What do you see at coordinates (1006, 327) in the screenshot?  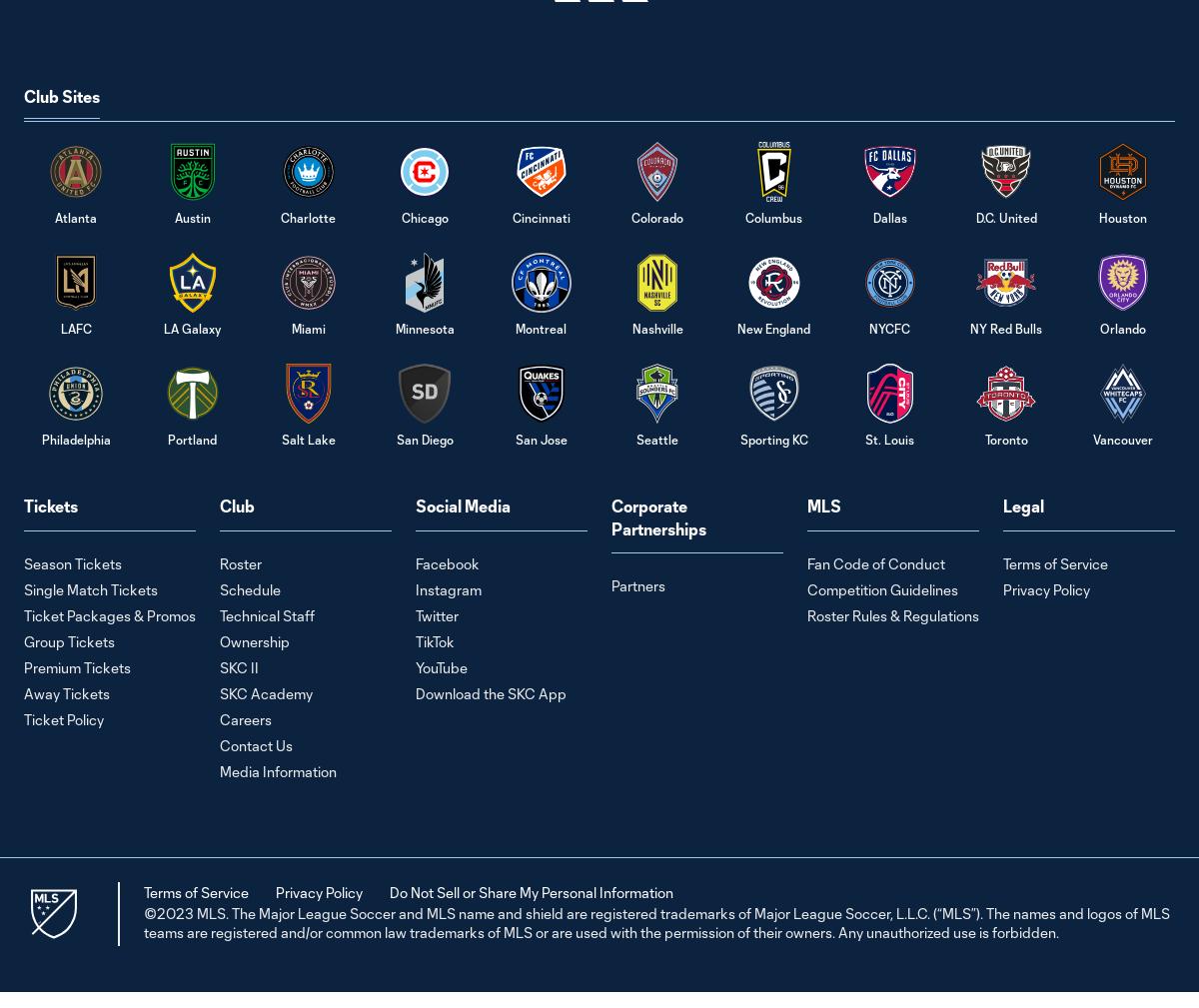 I see `'NY Red Bulls'` at bounding box center [1006, 327].